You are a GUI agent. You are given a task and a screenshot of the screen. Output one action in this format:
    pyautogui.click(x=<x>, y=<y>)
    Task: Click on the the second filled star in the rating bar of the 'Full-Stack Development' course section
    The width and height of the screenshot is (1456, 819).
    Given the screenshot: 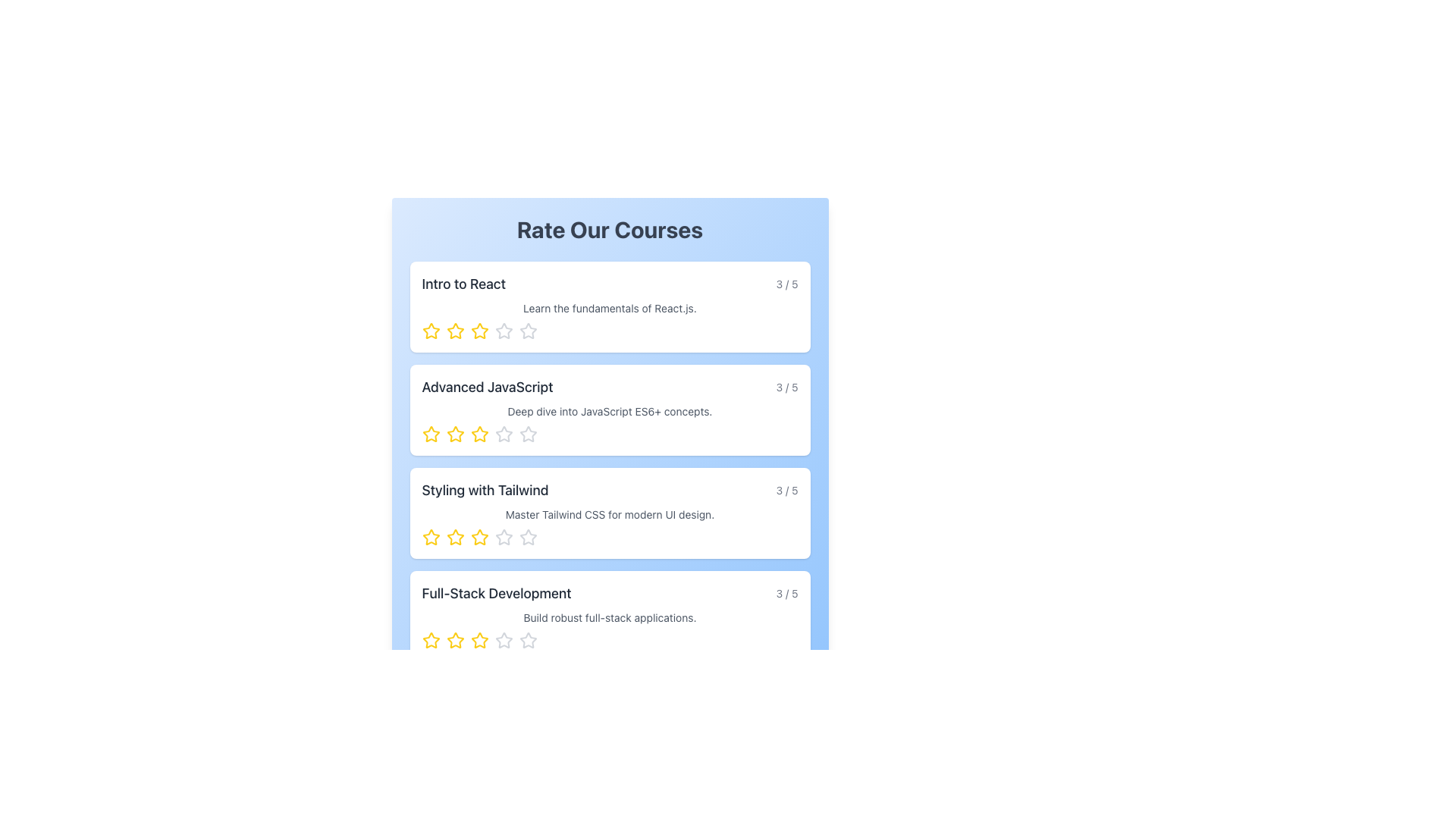 What is the action you would take?
    pyautogui.click(x=454, y=640)
    